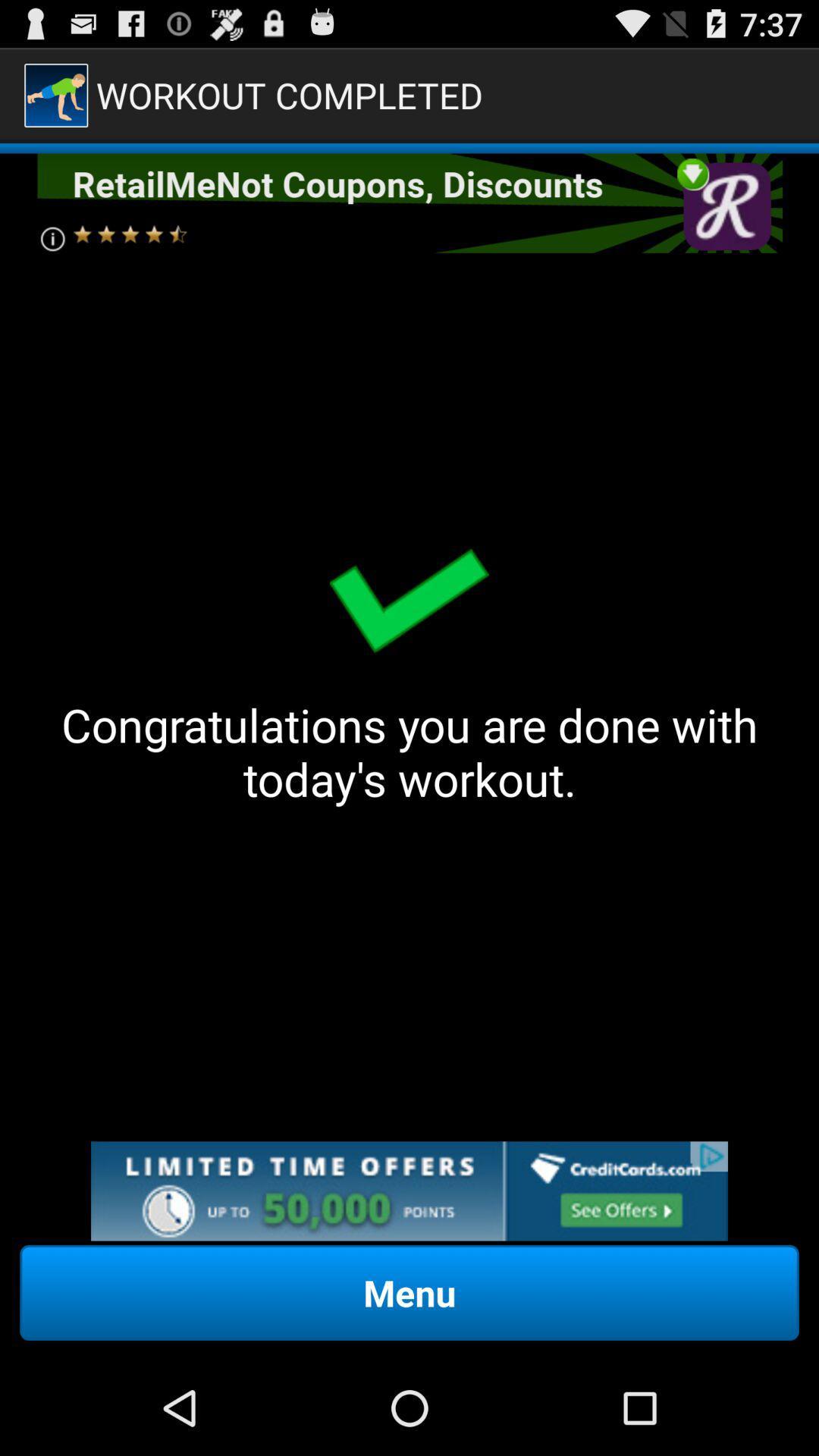 The image size is (819, 1456). What do you see at coordinates (408, 202) in the screenshot?
I see `advertisement` at bounding box center [408, 202].